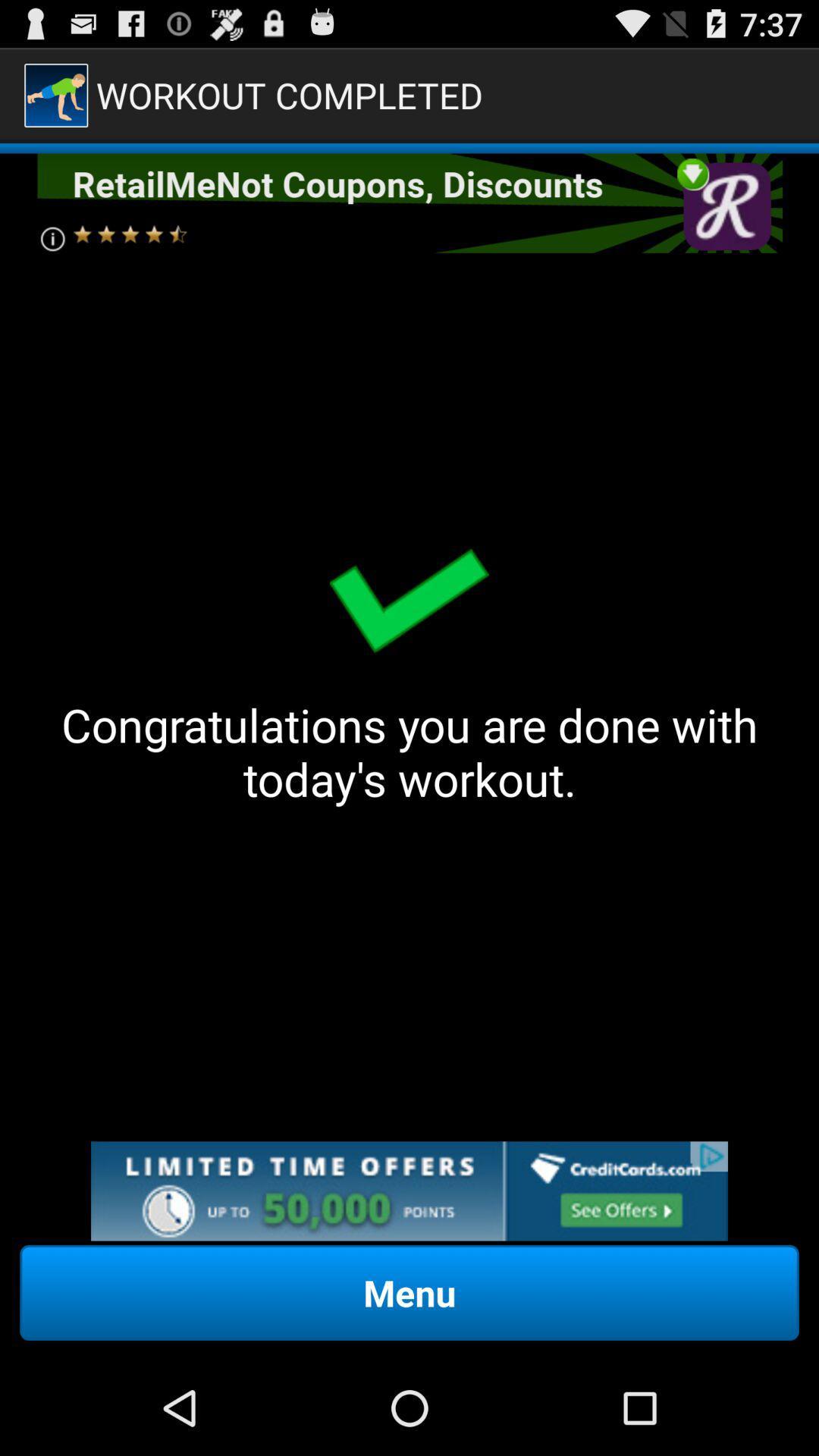 The image size is (819, 1456). What do you see at coordinates (408, 202) in the screenshot?
I see `advertisement` at bounding box center [408, 202].